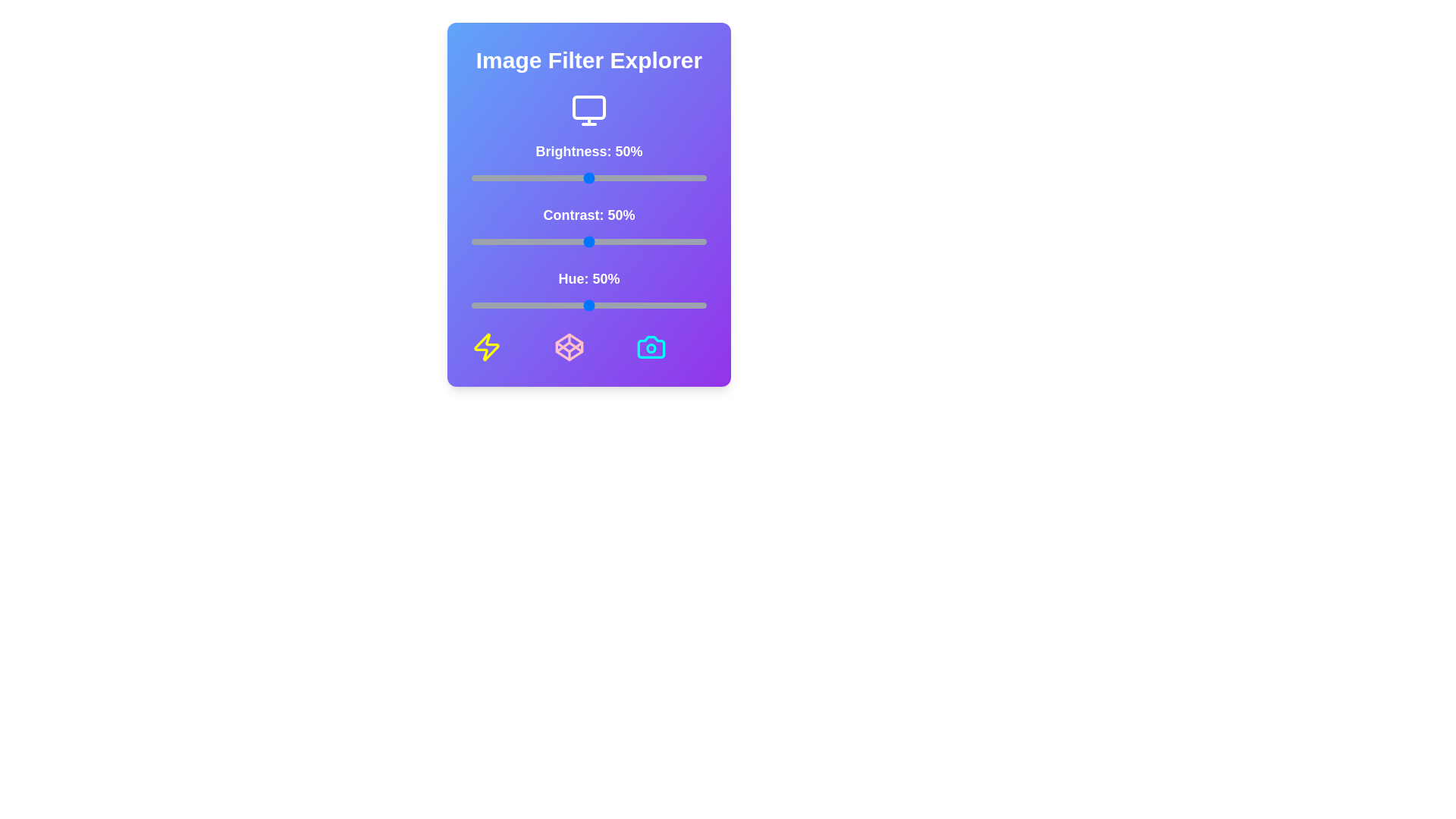  Describe the element at coordinates (497, 241) in the screenshot. I see `the contrast slider to 11%` at that location.